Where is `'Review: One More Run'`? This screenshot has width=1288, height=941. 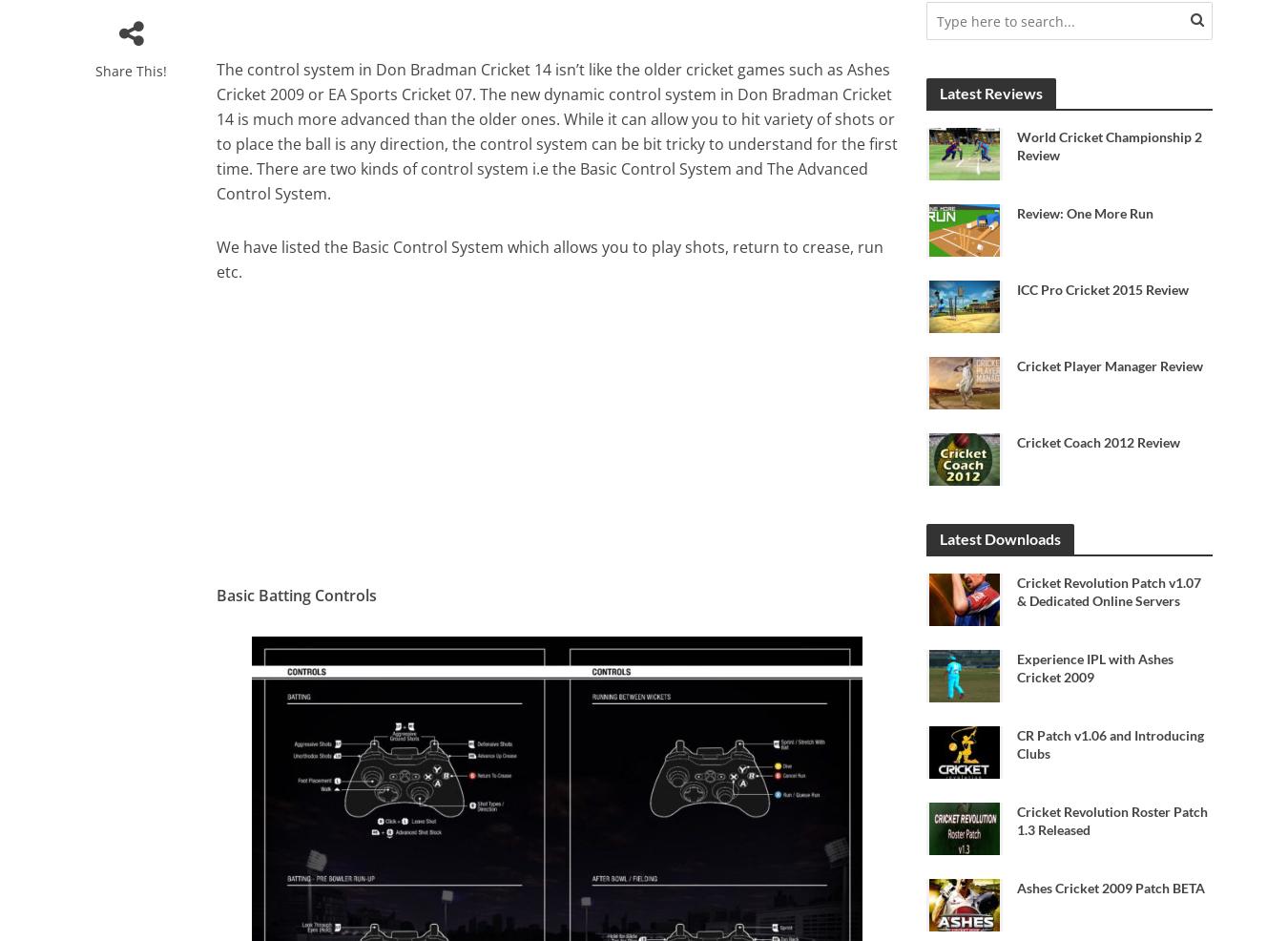
'Review: One More Run' is located at coordinates (1084, 212).